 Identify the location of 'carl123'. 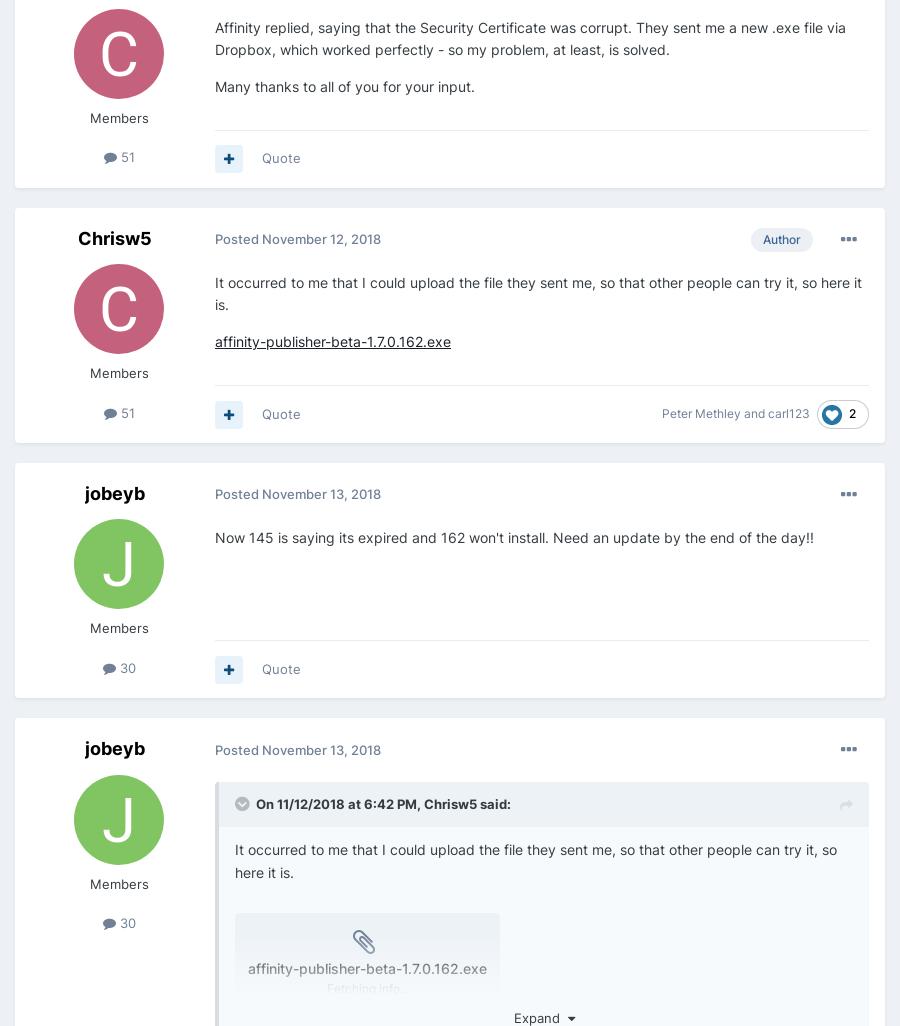
(766, 413).